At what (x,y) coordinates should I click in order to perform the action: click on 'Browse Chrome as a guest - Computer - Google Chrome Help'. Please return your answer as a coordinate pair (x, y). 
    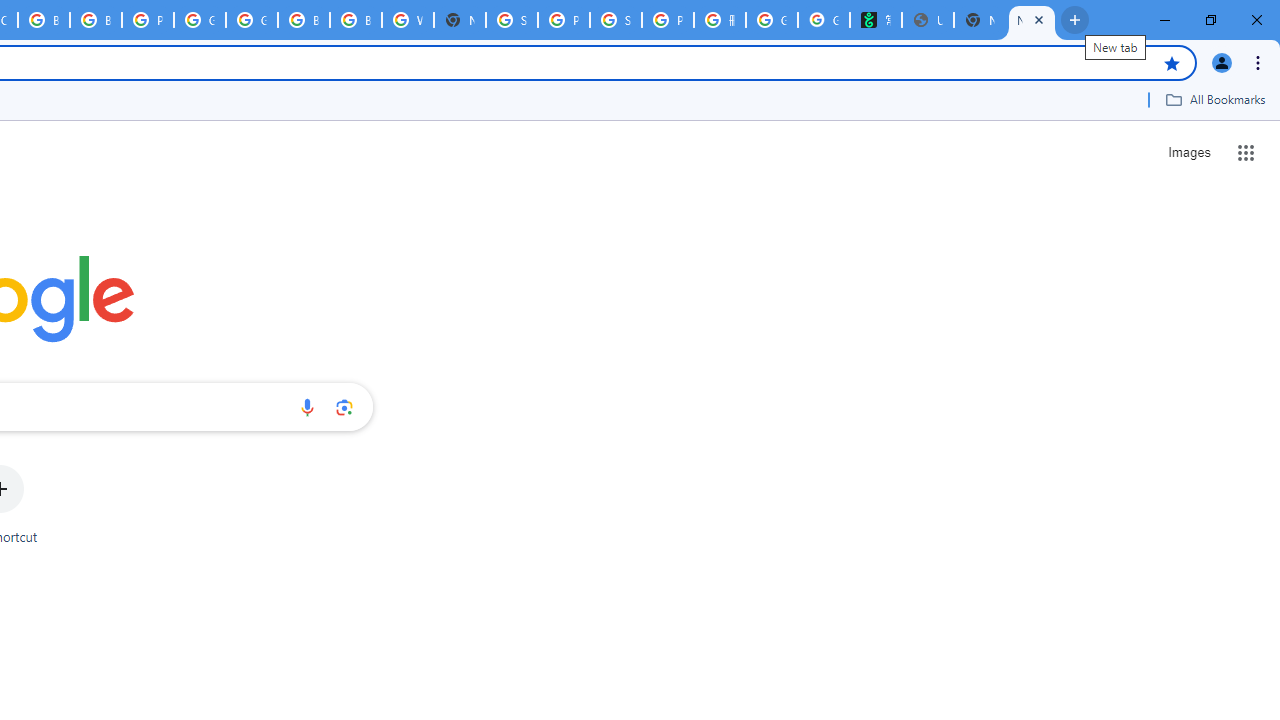
    Looking at the image, I should click on (44, 20).